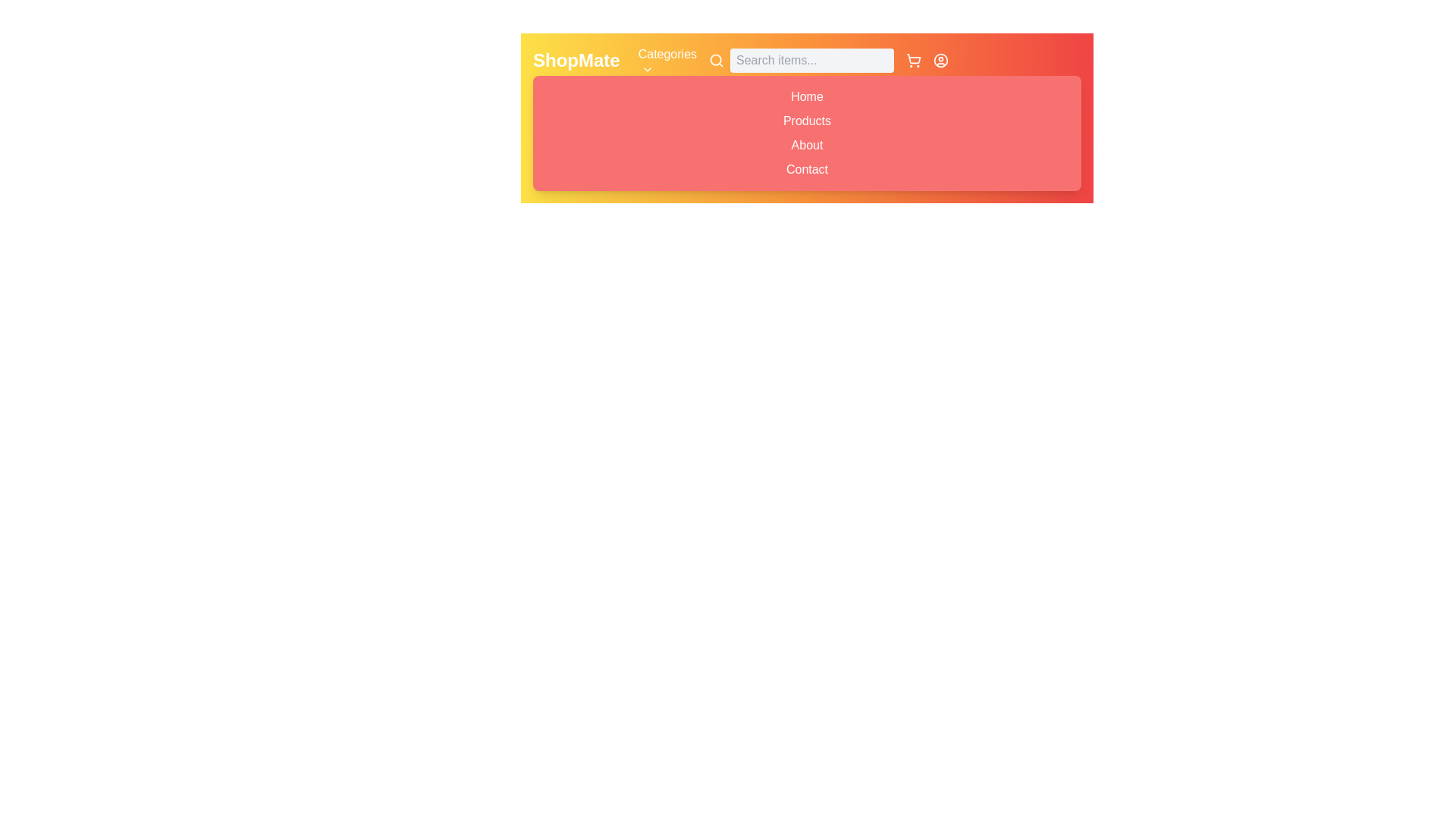  Describe the element at coordinates (716, 60) in the screenshot. I see `the magnifying glass icon on the orange background to initiate search functionality` at that location.